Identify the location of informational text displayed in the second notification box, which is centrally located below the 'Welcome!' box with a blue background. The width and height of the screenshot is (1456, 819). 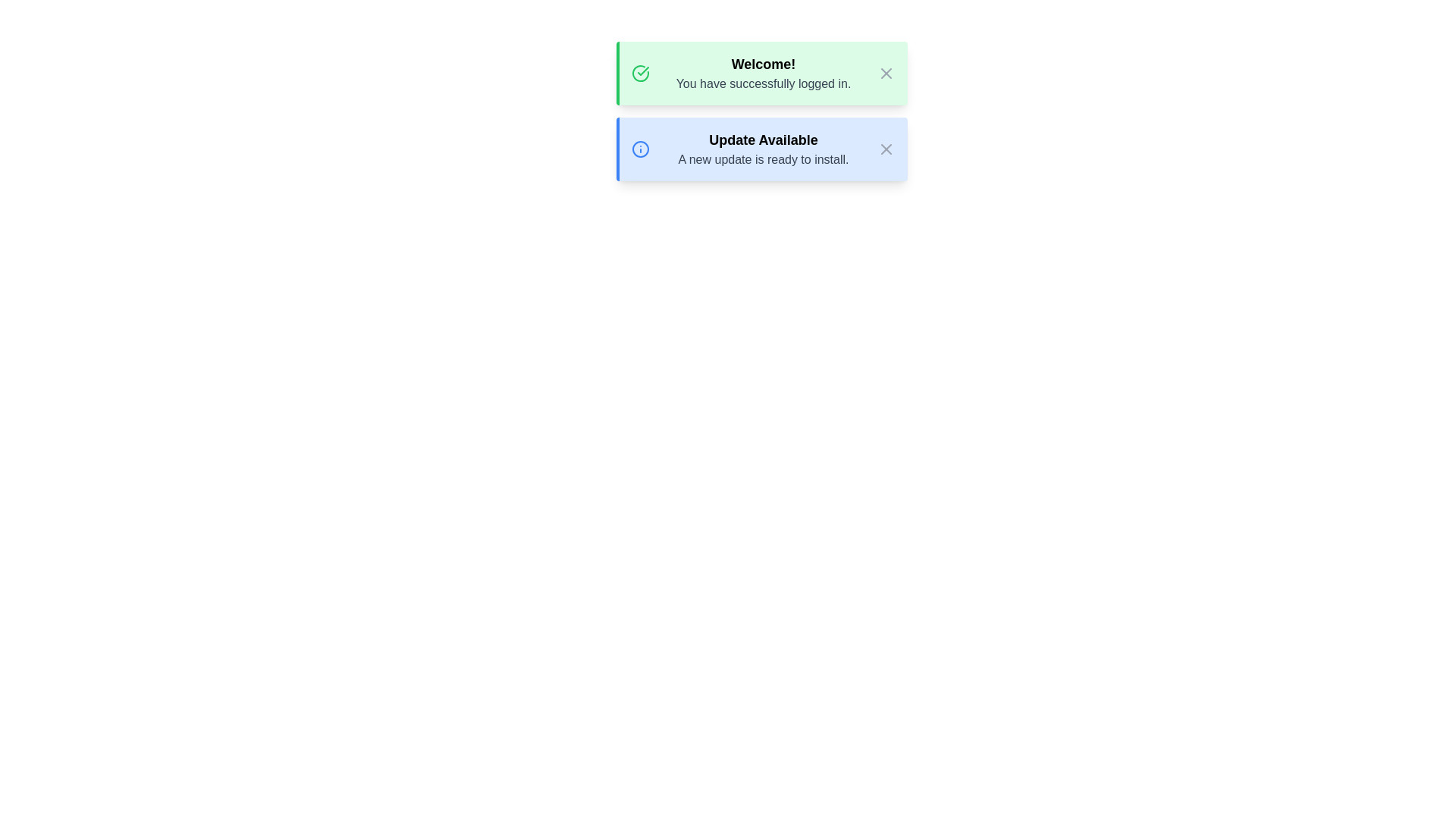
(764, 149).